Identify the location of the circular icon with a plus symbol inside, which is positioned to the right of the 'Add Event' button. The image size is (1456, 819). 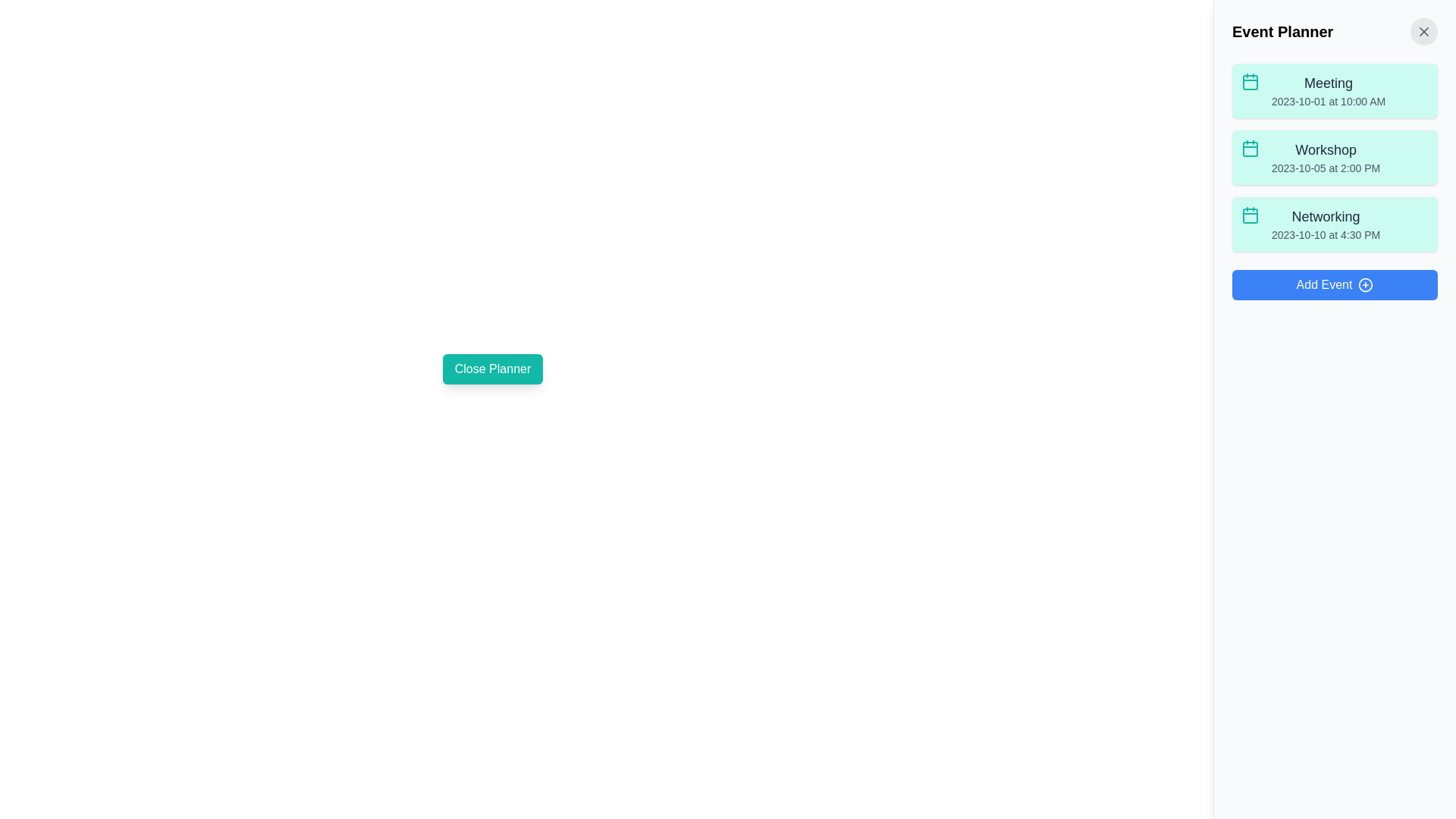
(1366, 284).